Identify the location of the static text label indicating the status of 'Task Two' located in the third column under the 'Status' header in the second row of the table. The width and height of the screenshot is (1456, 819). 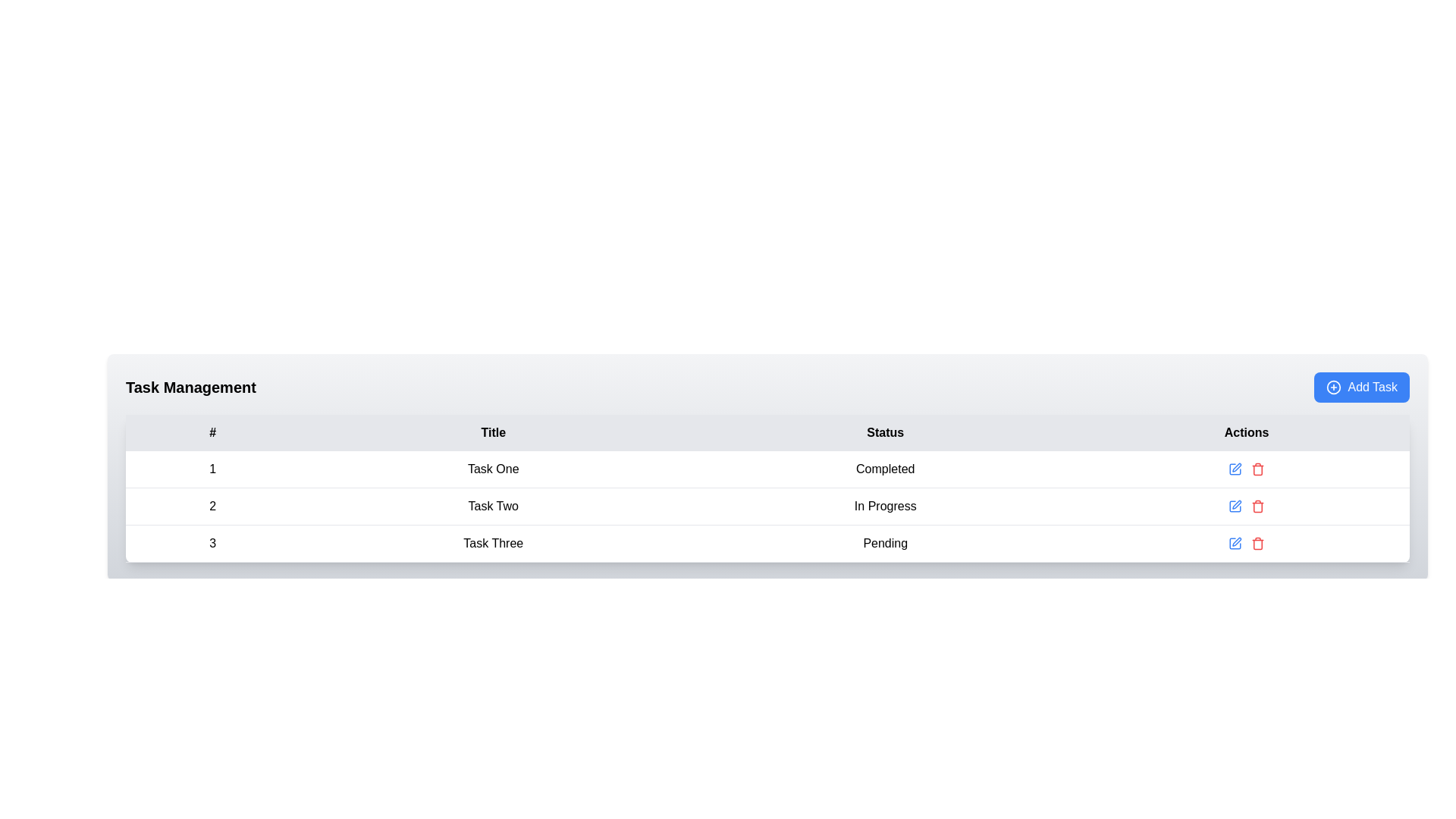
(885, 506).